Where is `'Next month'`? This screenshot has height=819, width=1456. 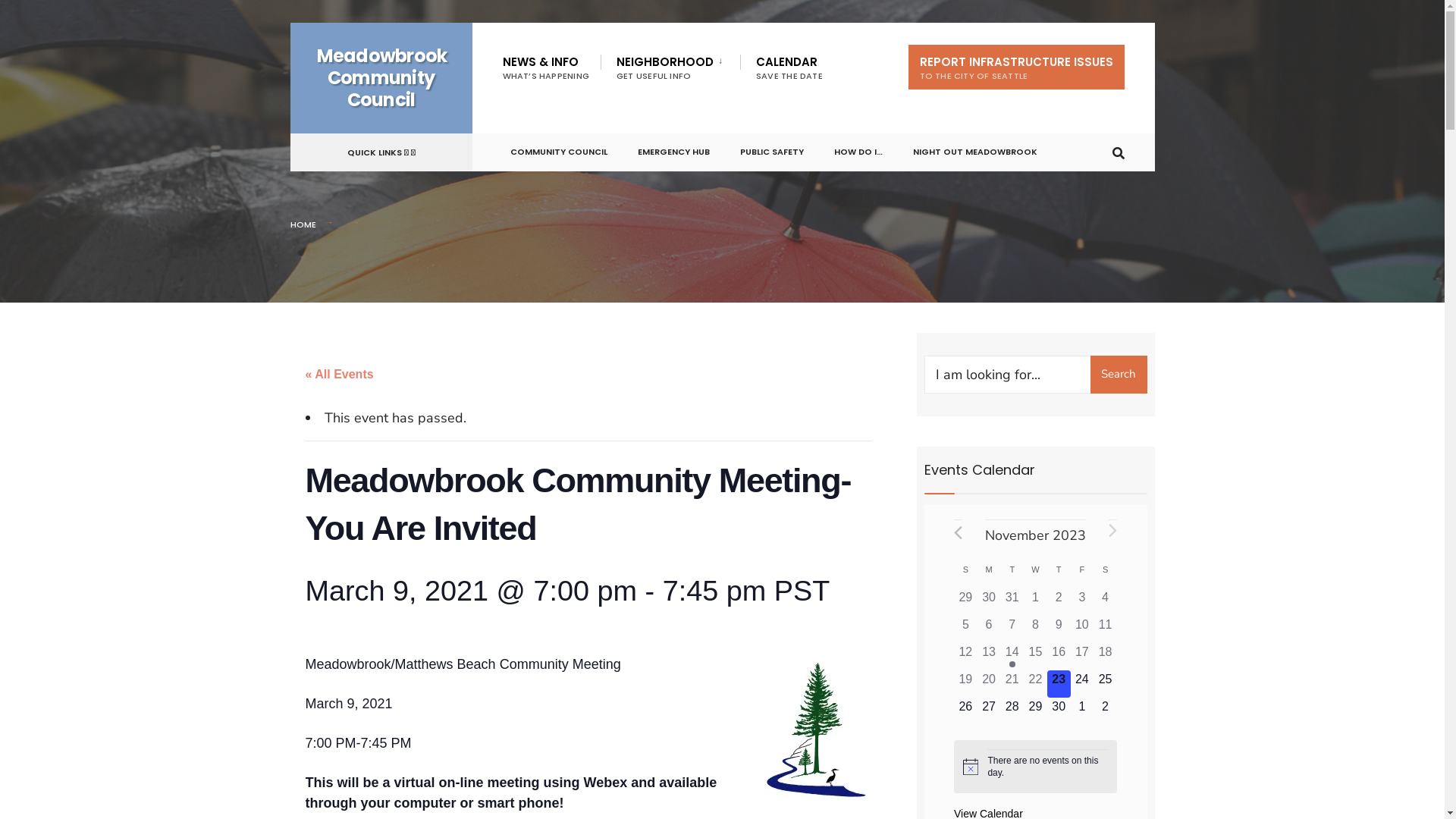 'Next month' is located at coordinates (1109, 532).